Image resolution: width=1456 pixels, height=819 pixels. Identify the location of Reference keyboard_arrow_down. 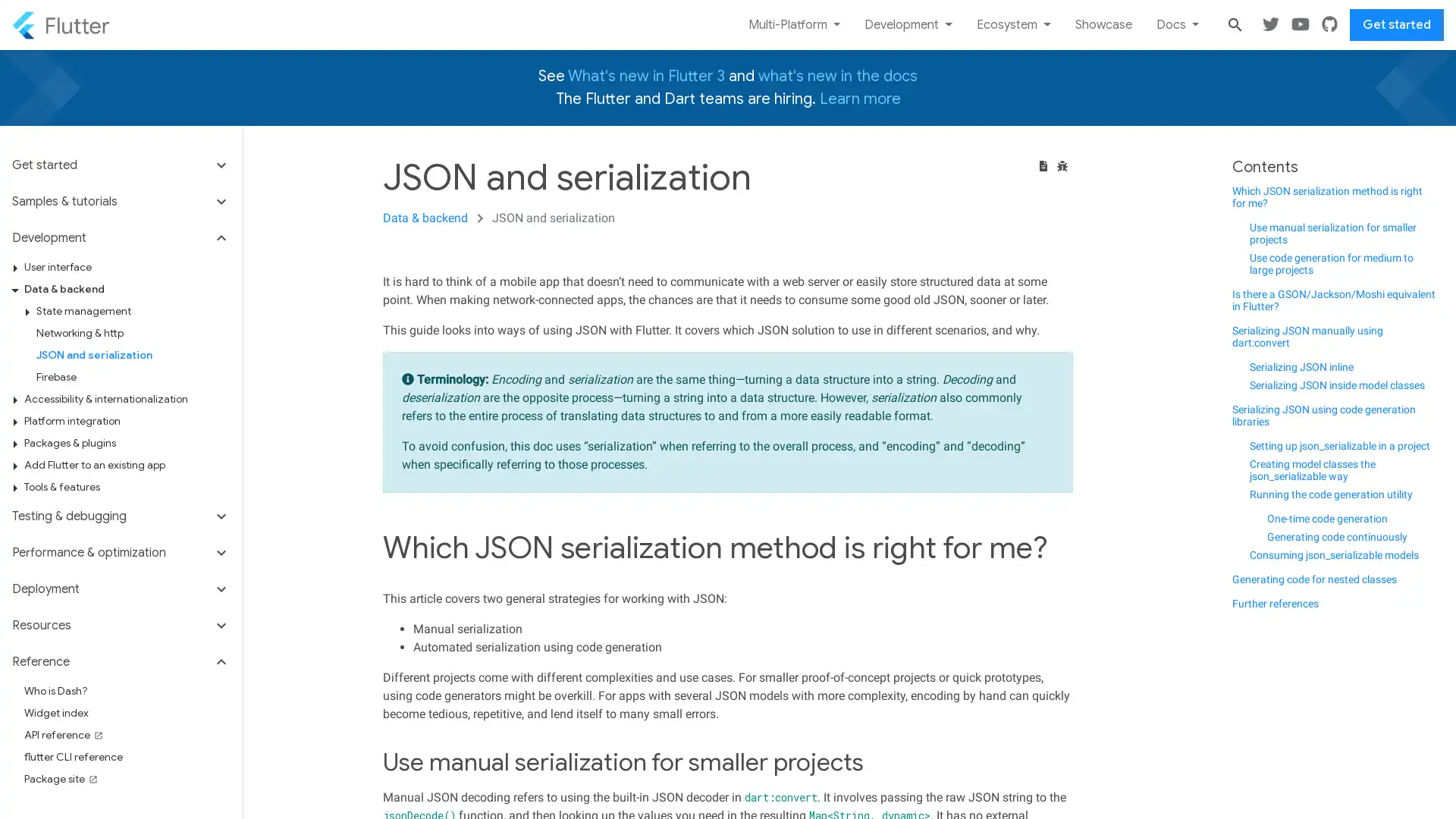
(120, 661).